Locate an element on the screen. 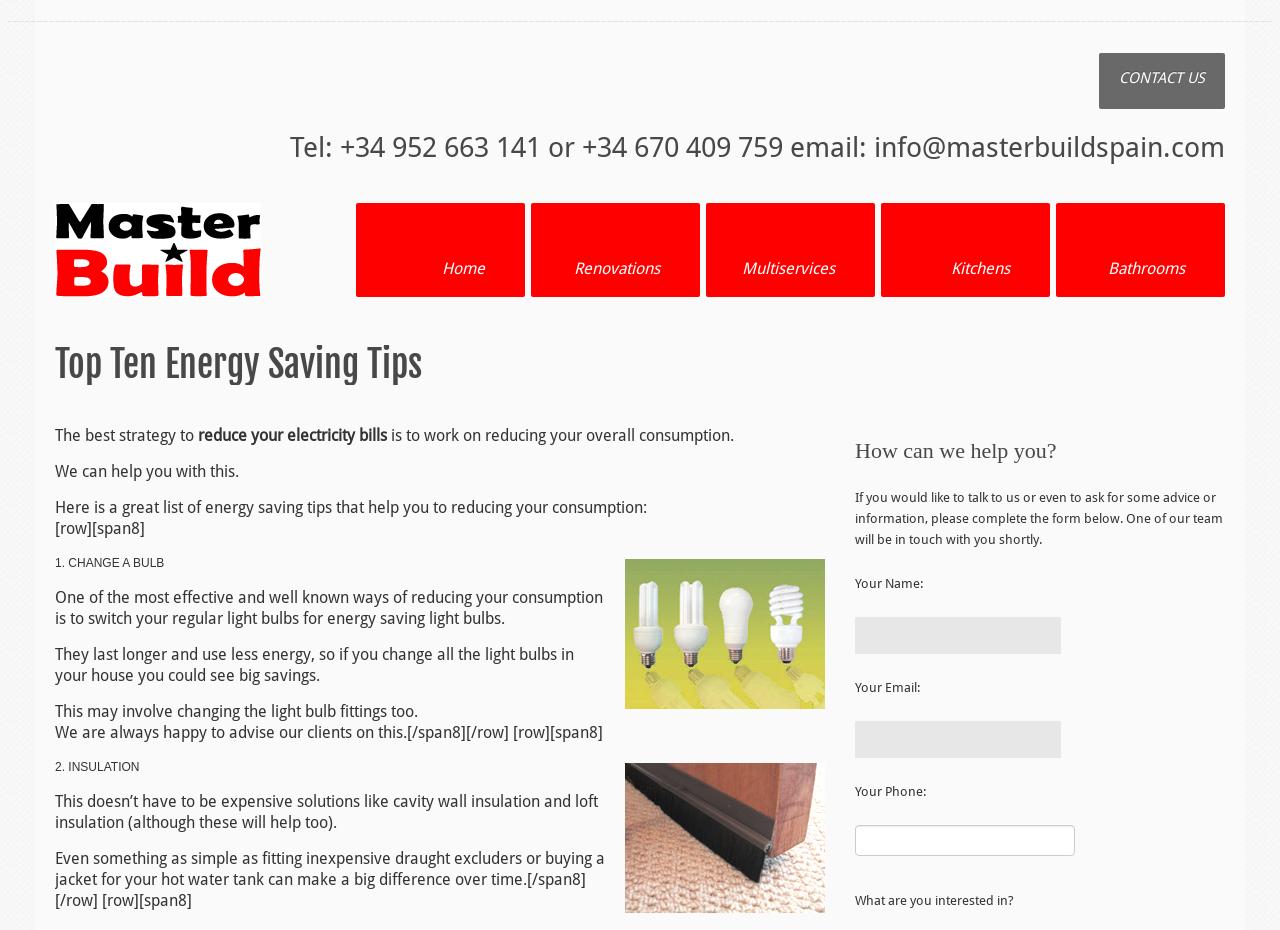  'They last longer and use less energy, so if you change all the light bulbs in your house you could see big savings.' is located at coordinates (313, 663).